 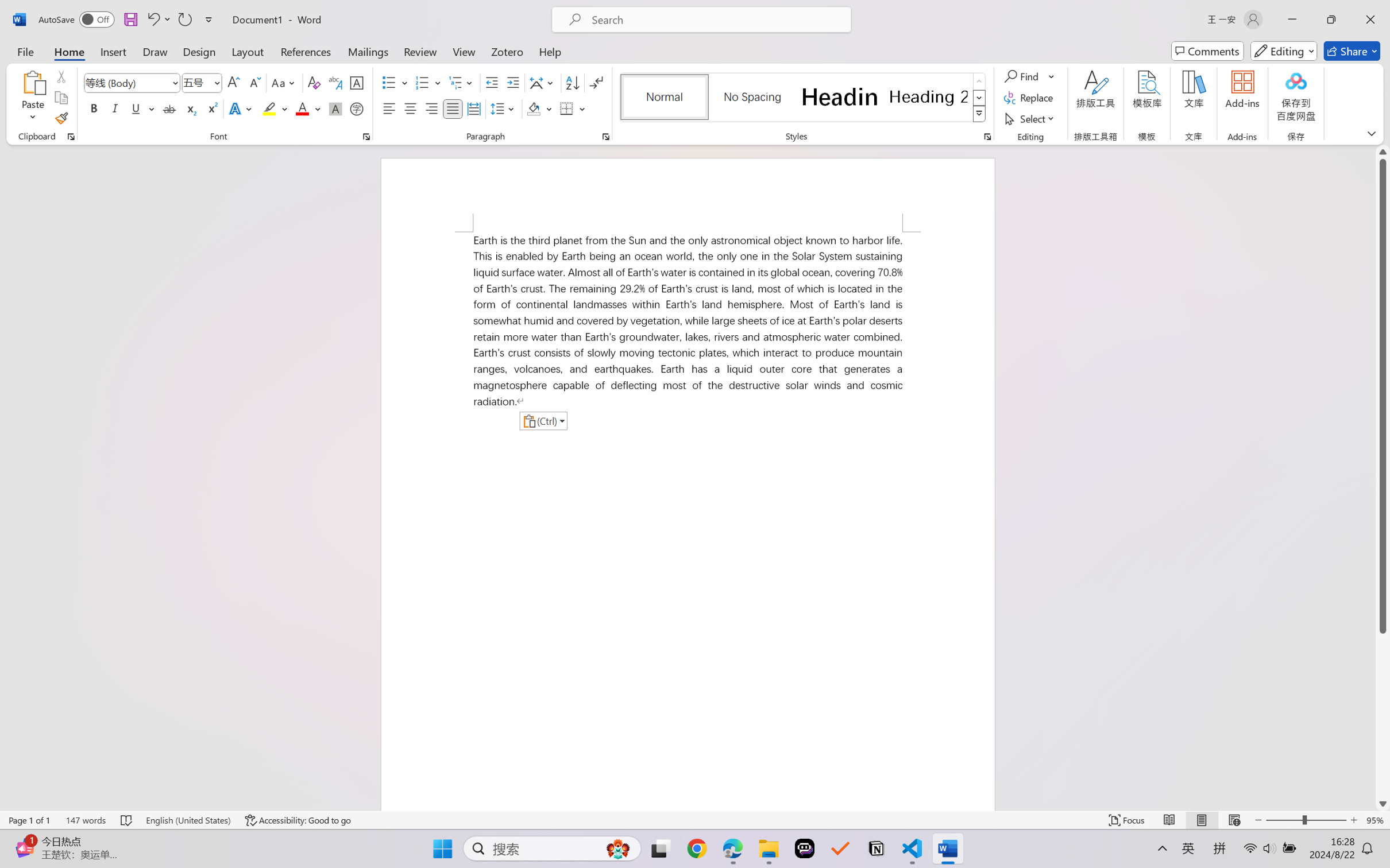 I want to click on 'Line down', so click(x=1383, y=803).